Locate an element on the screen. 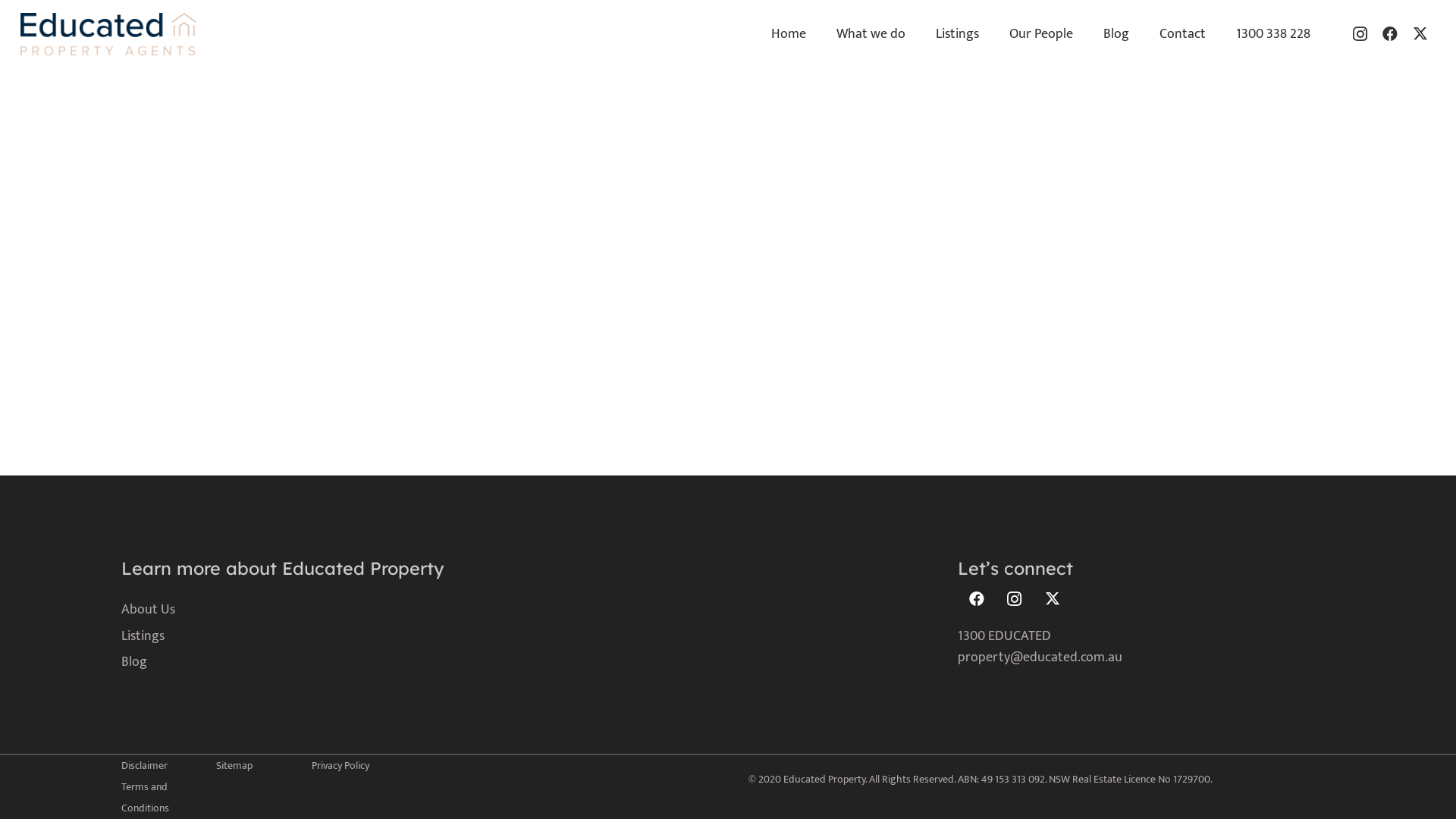 This screenshot has width=1456, height=819. 'Contact' is located at coordinates (1181, 34).